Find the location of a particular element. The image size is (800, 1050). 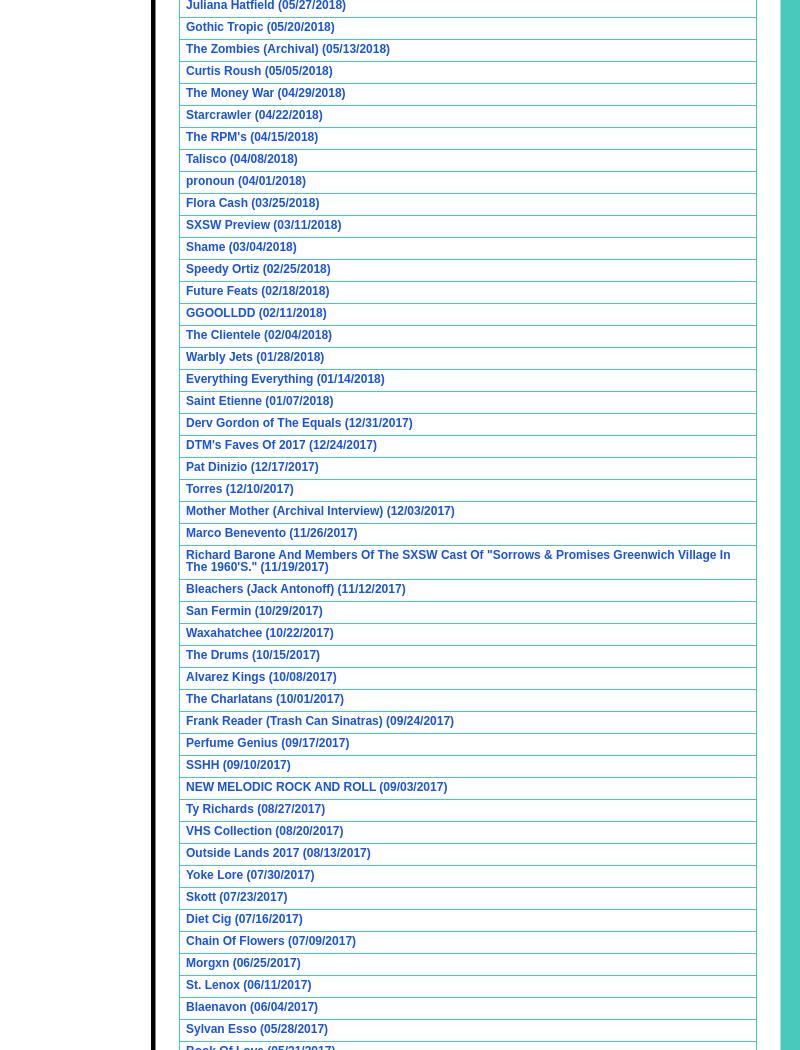

'Gothic Tropic  (05/20/2018)' is located at coordinates (259, 26).